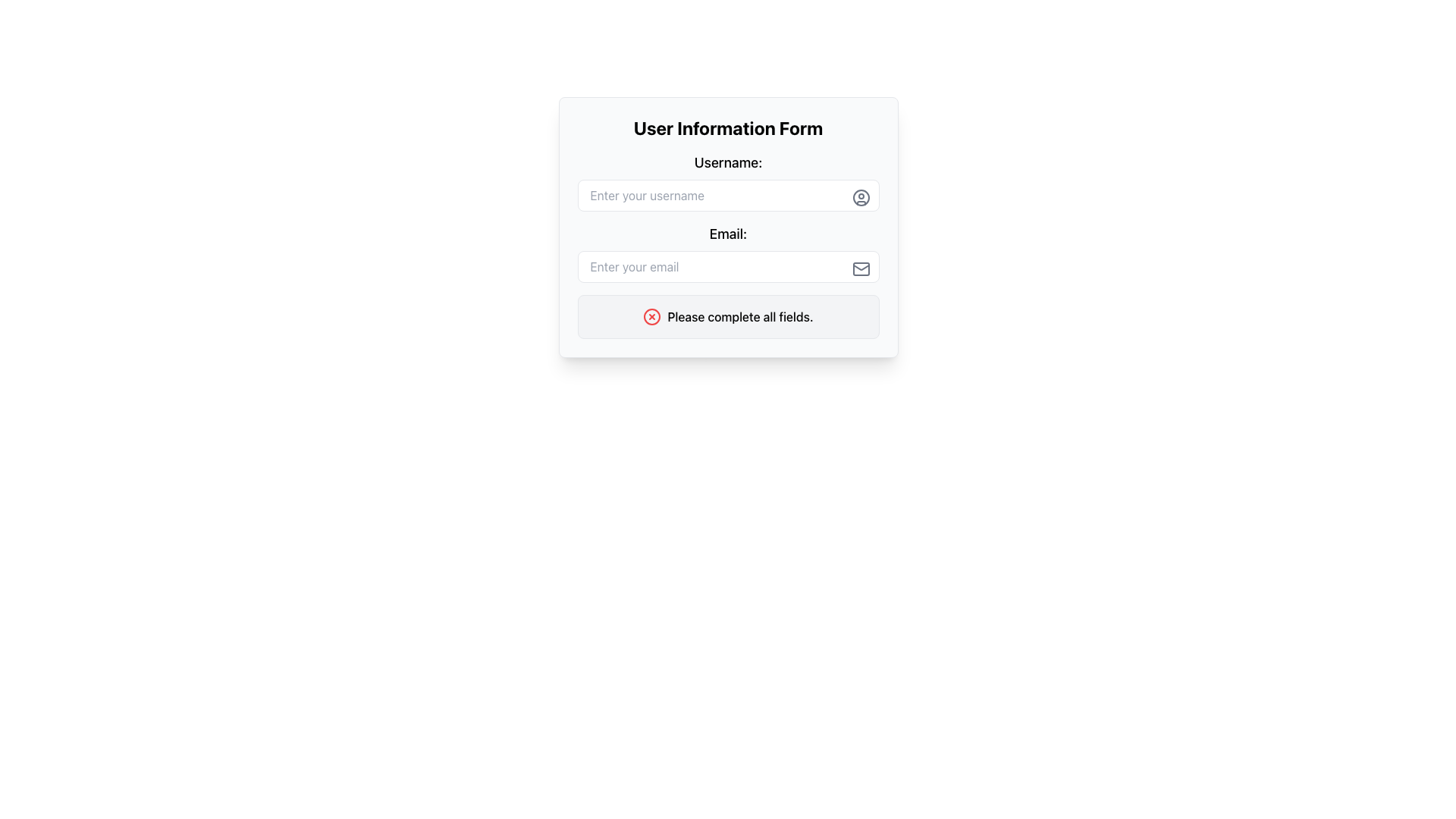 The image size is (1456, 819). What do you see at coordinates (861, 268) in the screenshot?
I see `the email field indicator icon located at the far right side of the email input field, which is situated below the username input field` at bounding box center [861, 268].